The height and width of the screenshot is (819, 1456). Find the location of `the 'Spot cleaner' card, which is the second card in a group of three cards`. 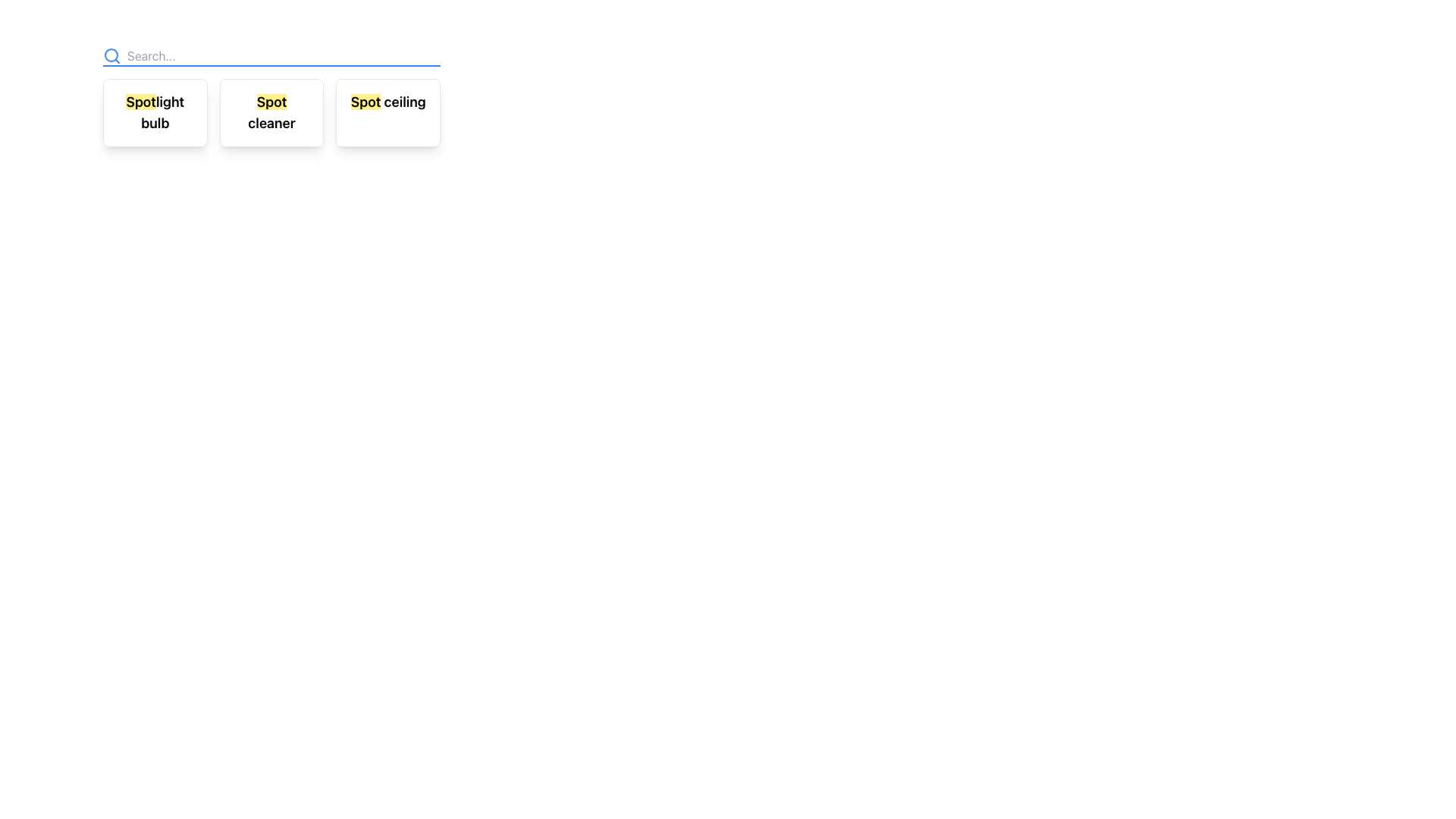

the 'Spot cleaner' card, which is the second card in a group of three cards is located at coordinates (271, 112).